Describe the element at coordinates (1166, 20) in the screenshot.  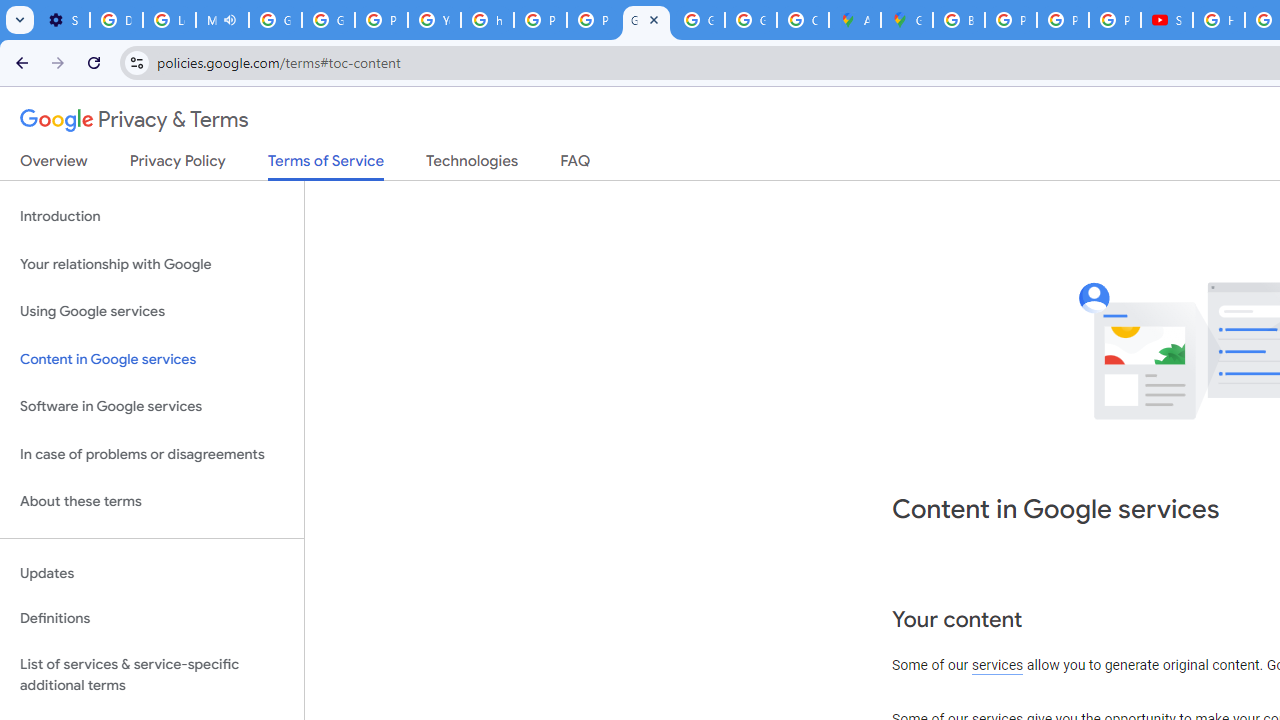
I see `'Subscriptions - YouTube'` at that location.